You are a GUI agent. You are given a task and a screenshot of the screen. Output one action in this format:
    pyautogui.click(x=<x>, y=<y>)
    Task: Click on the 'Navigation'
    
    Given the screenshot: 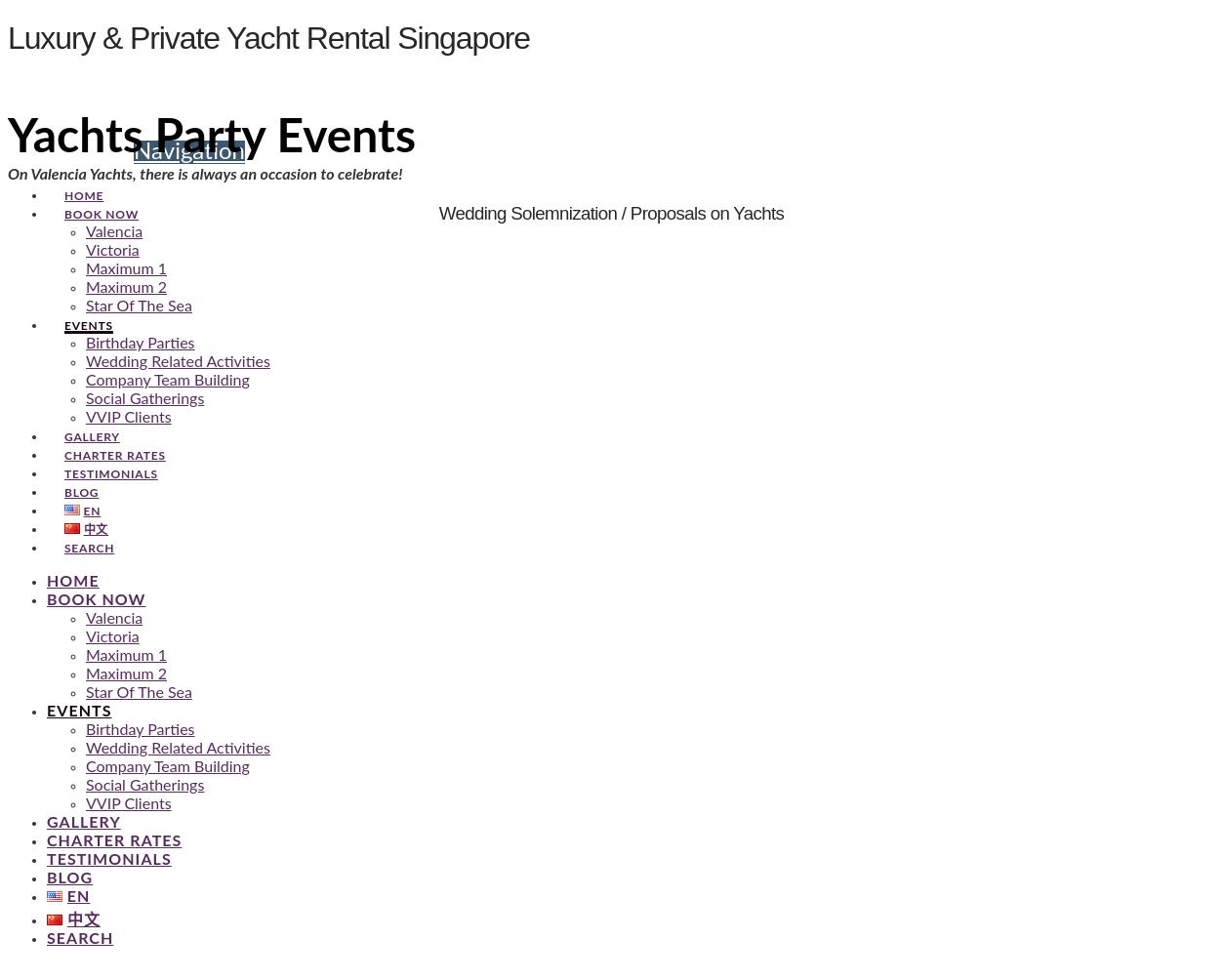 What is the action you would take?
    pyautogui.click(x=188, y=151)
    